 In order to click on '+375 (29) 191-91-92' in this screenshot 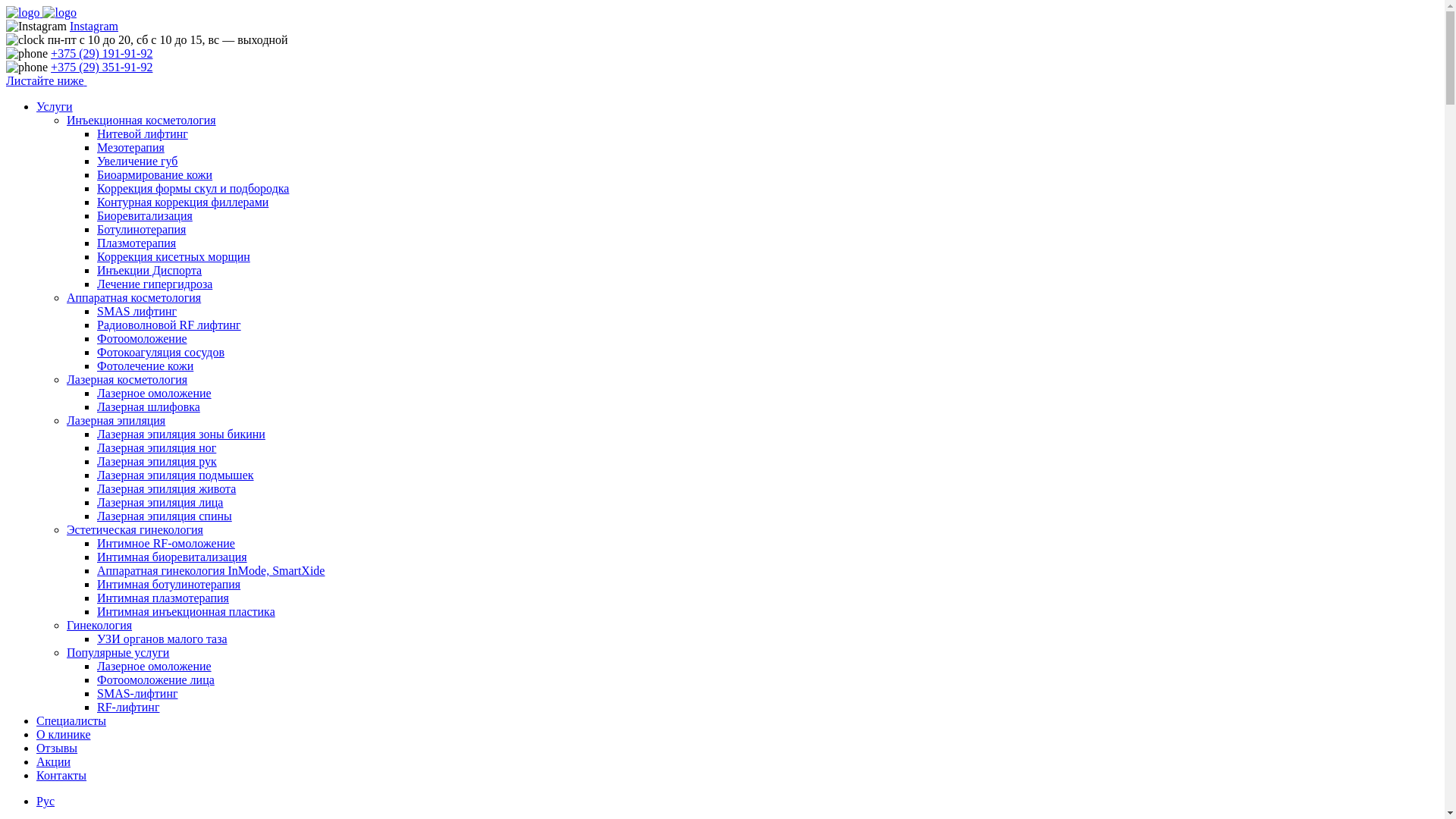, I will do `click(101, 52)`.